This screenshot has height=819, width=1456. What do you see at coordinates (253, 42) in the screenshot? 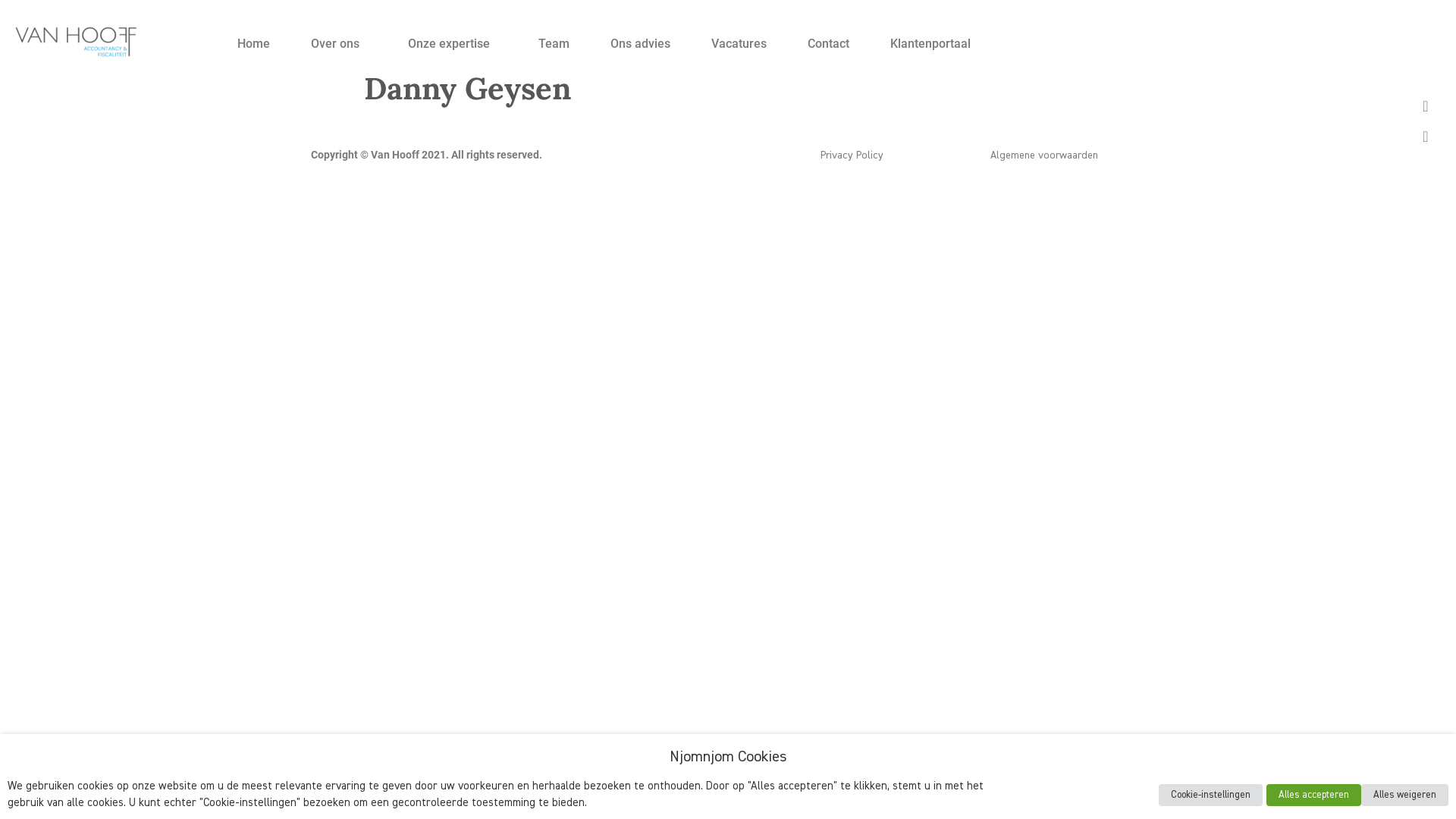
I see `'Home'` at bounding box center [253, 42].